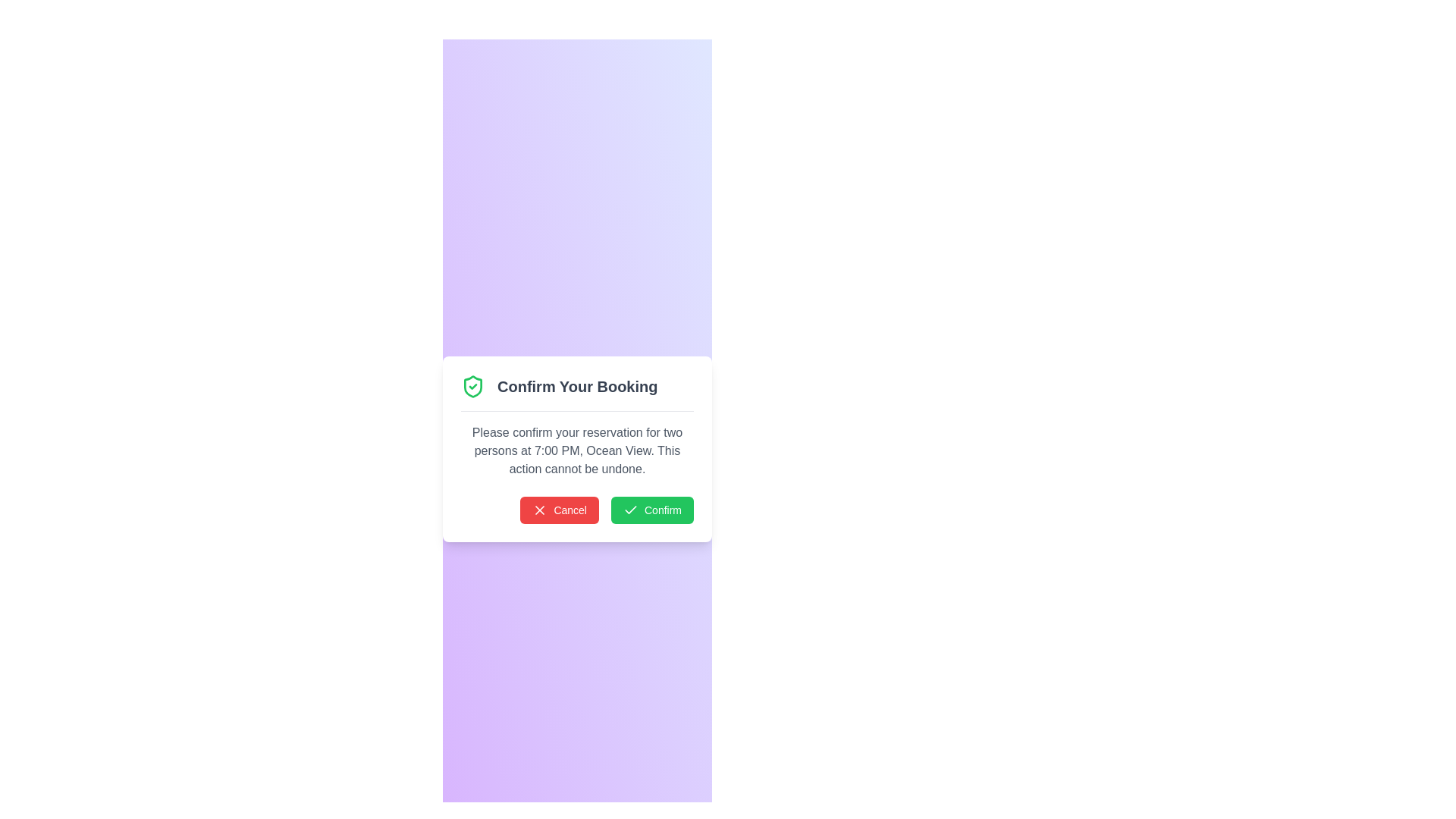 This screenshot has width=1456, height=819. Describe the element at coordinates (663, 510) in the screenshot. I see `the 'Confirm' text within the green button located on the confirmation modal, which is the rightmost button at the bottom next to the red 'Cancel' button` at that location.